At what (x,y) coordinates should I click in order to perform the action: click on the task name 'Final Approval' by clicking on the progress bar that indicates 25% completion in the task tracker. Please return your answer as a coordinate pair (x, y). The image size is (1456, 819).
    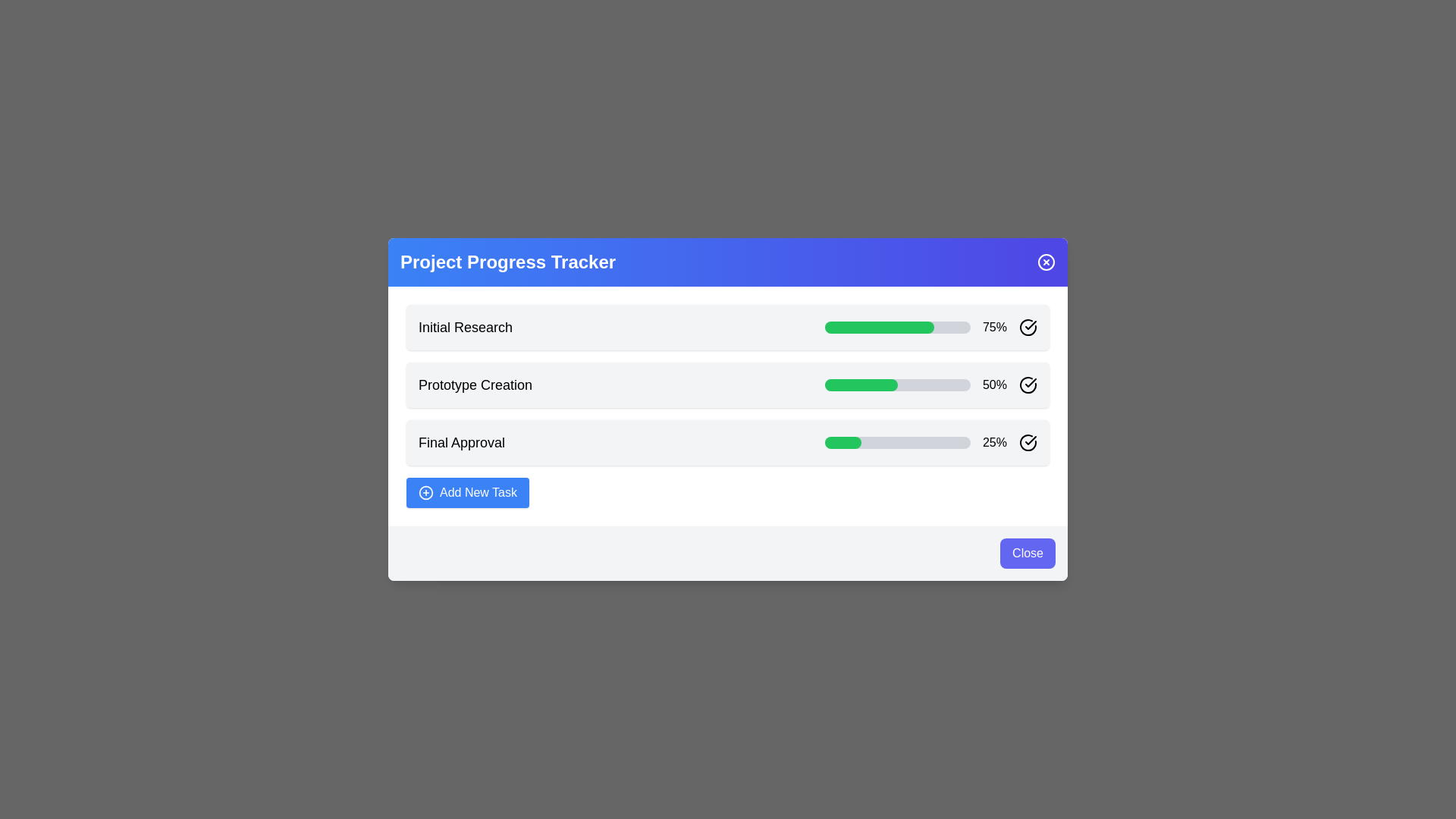
    Looking at the image, I should click on (728, 442).